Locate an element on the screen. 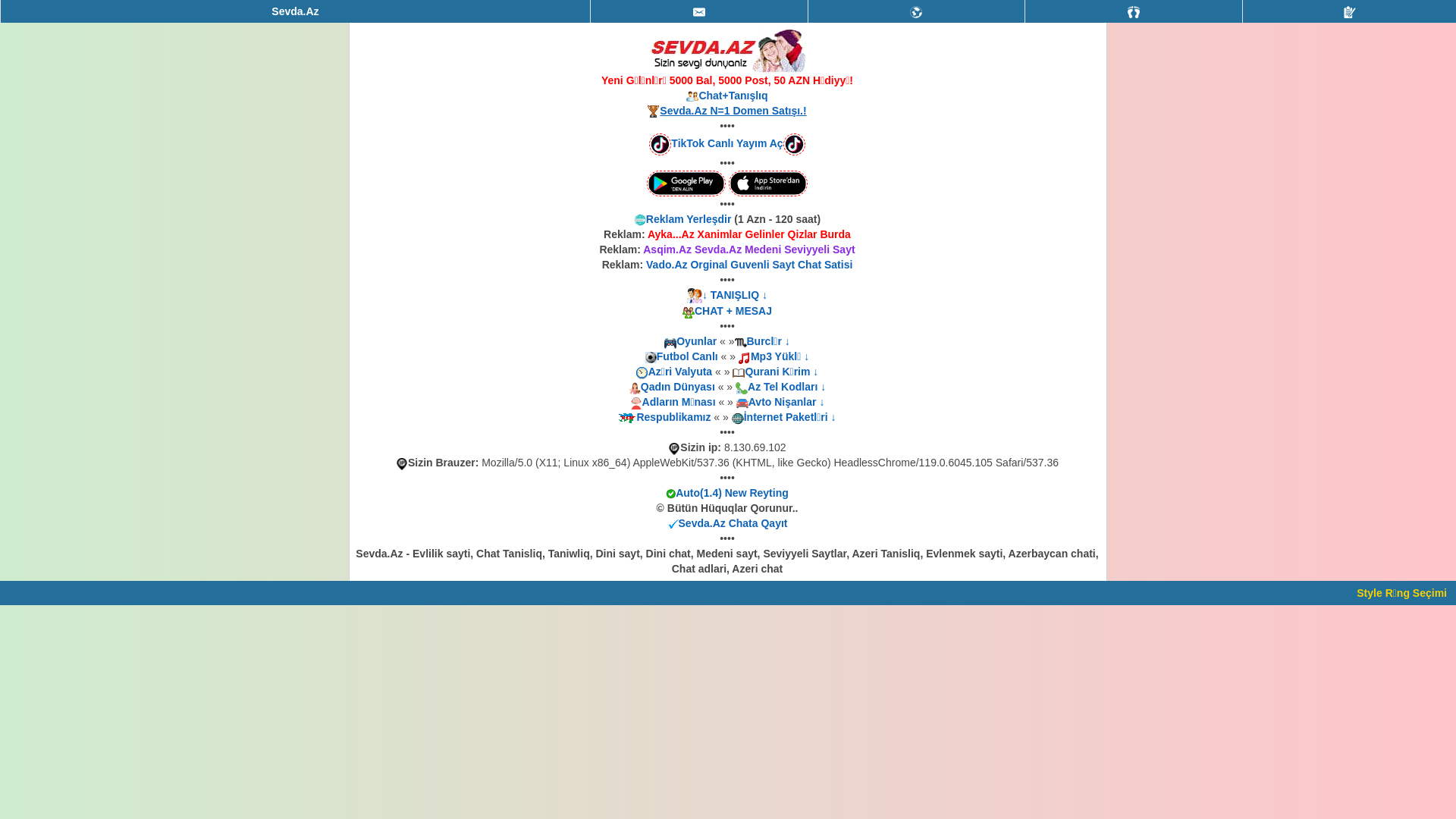  'Vado.Az Orginal Guvenli Sayt Chat Satisi' is located at coordinates (645, 263).